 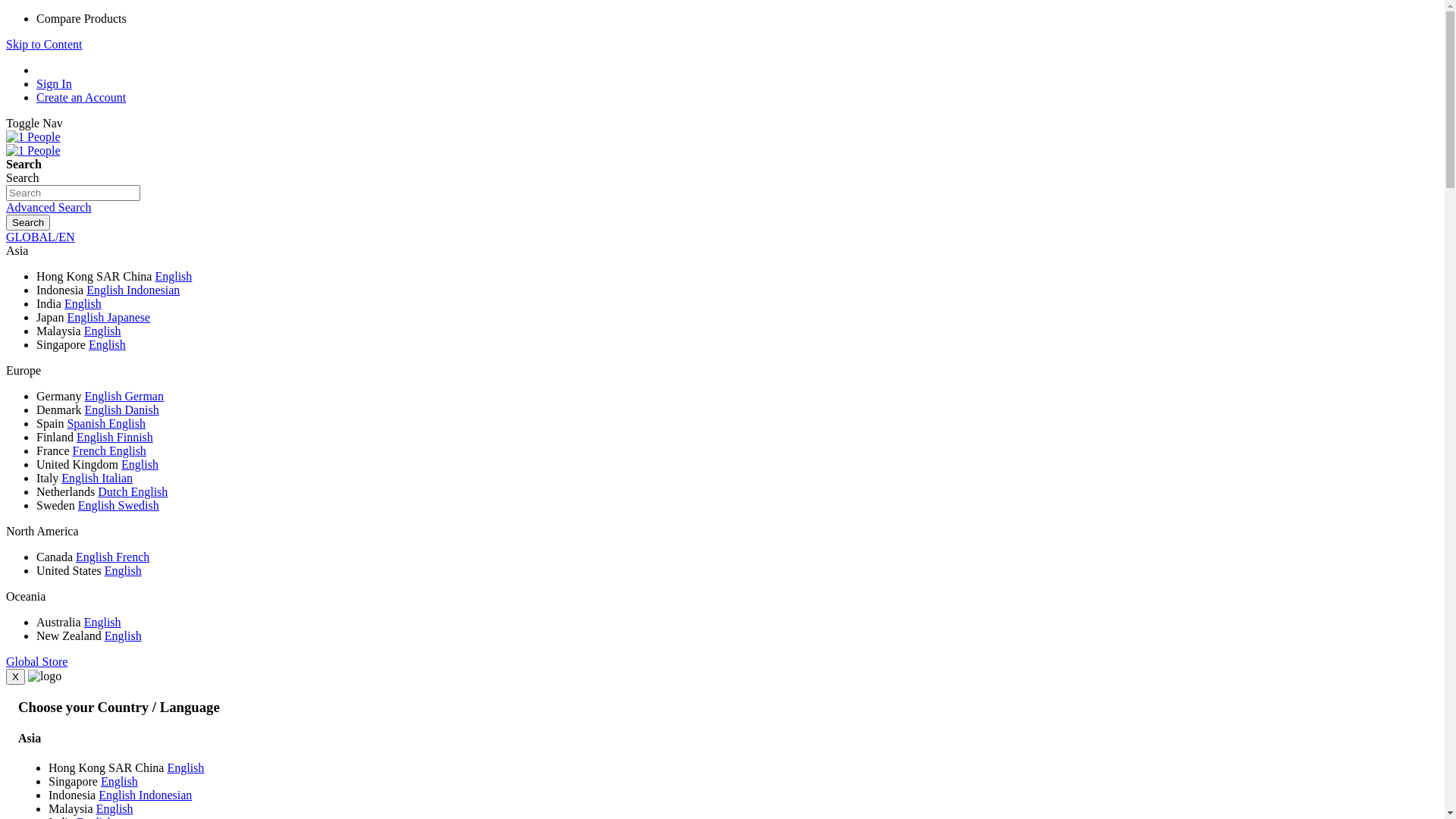 I want to click on '1 People', so click(x=33, y=136).